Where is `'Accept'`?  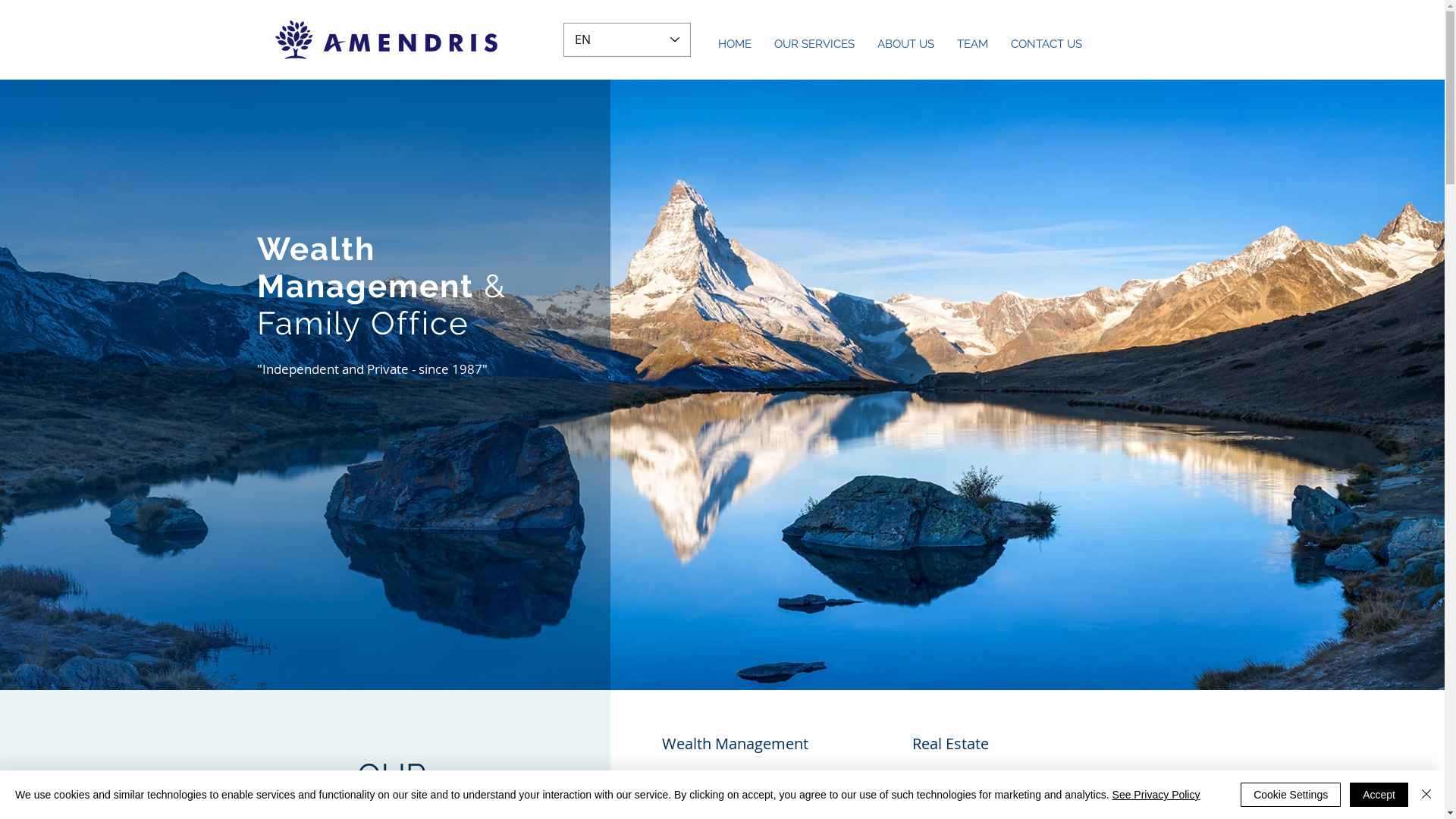
'Accept' is located at coordinates (1350, 794).